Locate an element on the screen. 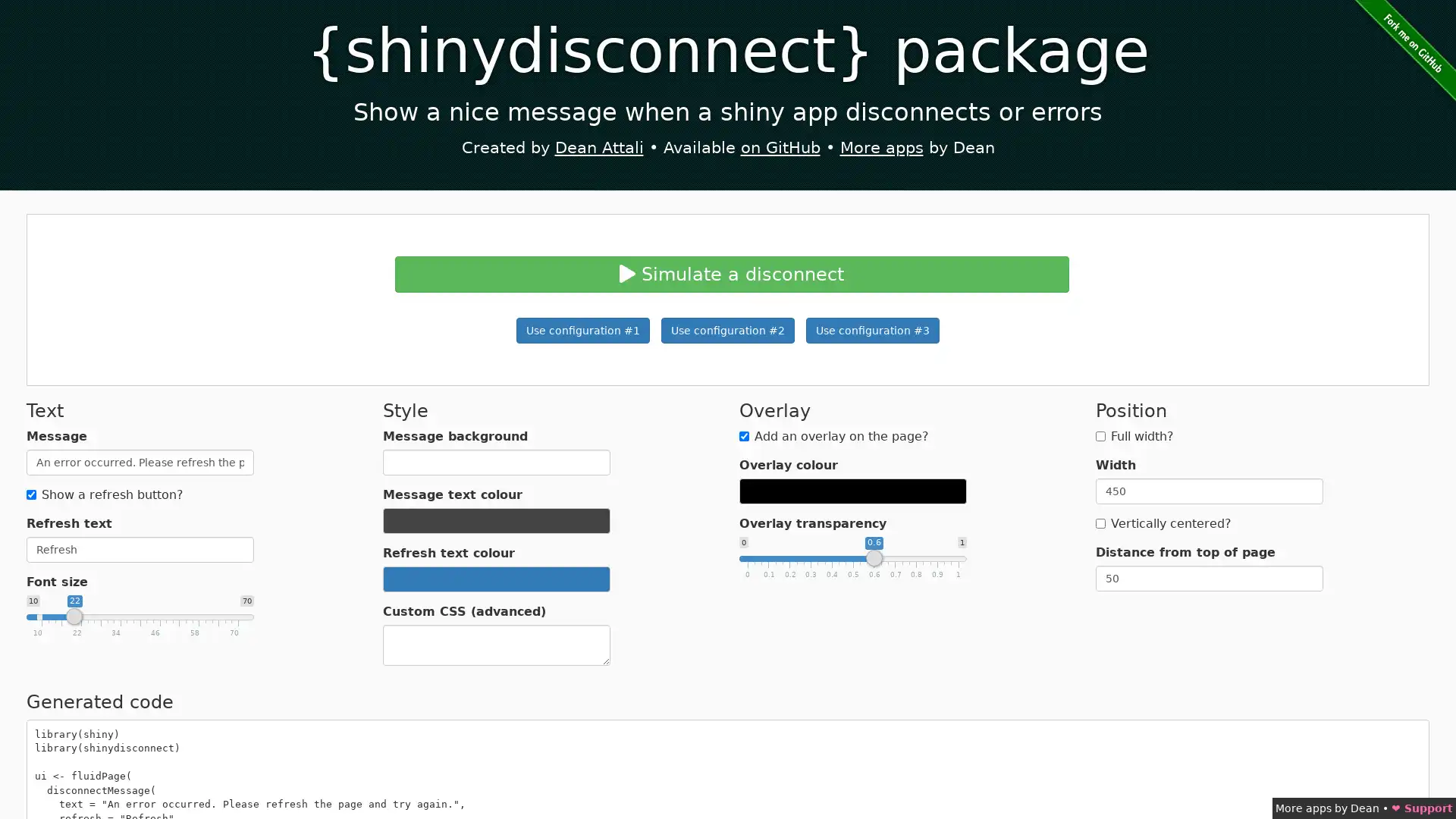  Use configuration #2 is located at coordinates (728, 329).